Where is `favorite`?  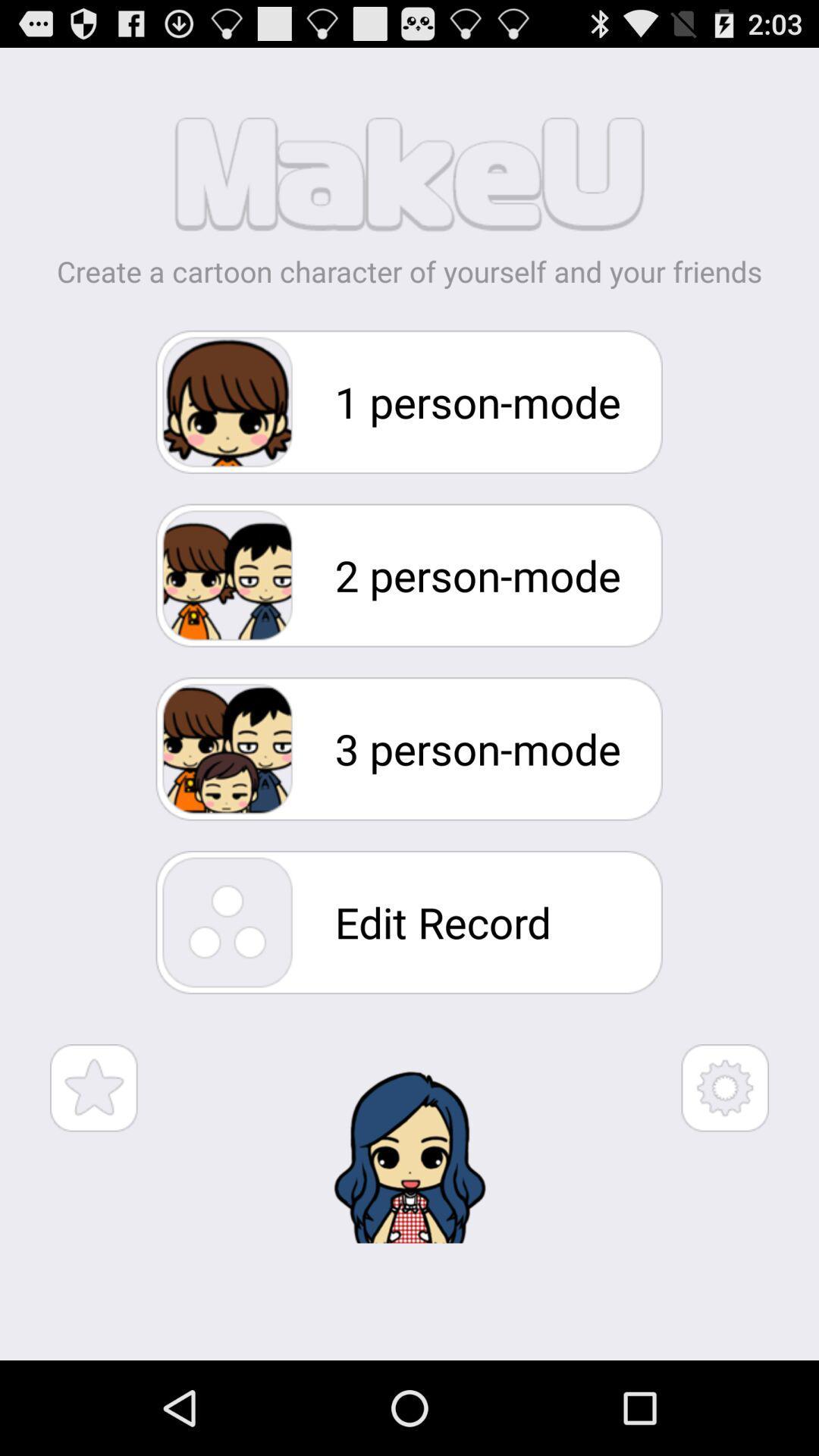 favorite is located at coordinates (93, 1087).